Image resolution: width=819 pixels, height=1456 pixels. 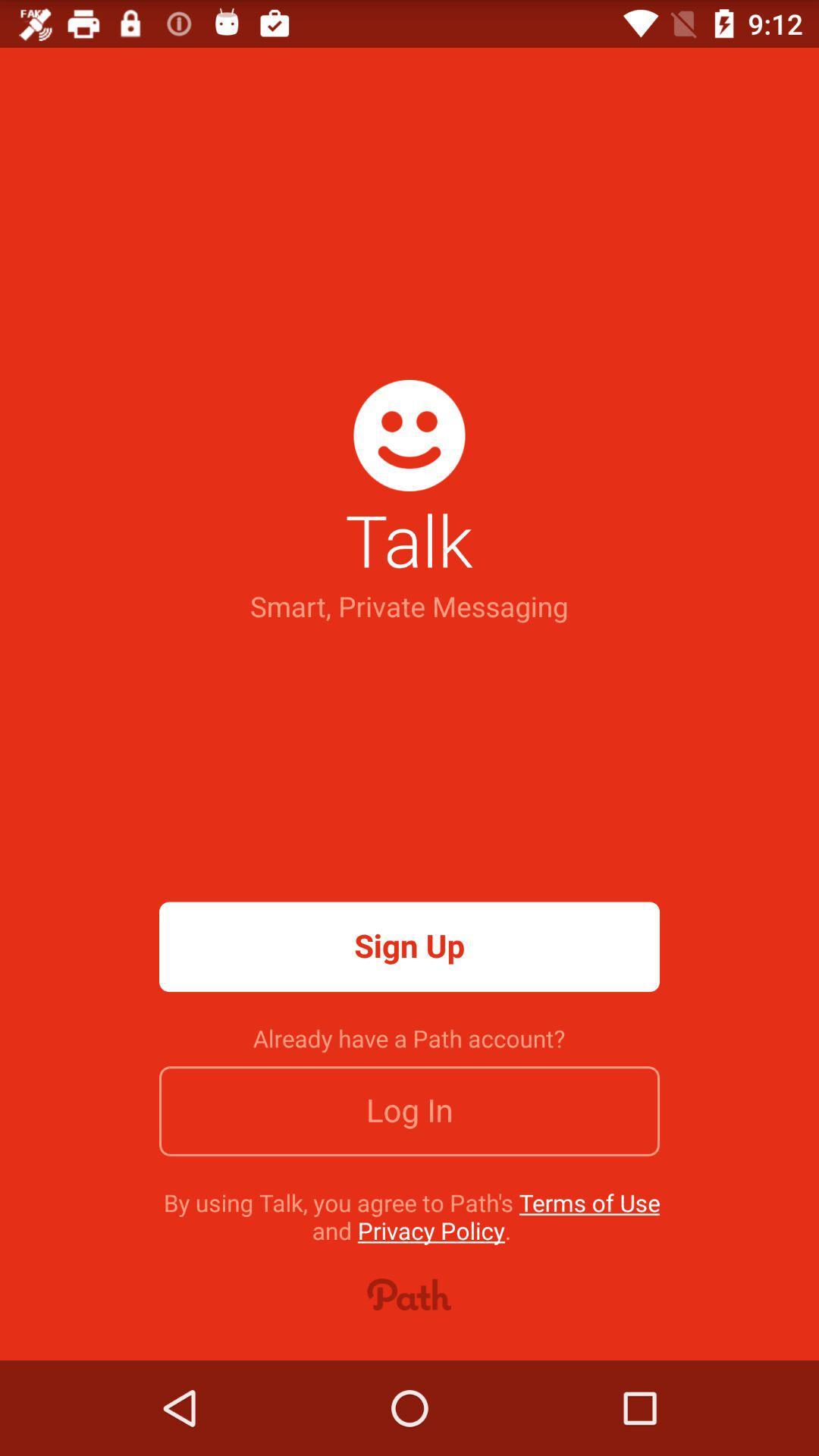 What do you see at coordinates (409, 946) in the screenshot?
I see `the item below the smart, private messaging` at bounding box center [409, 946].